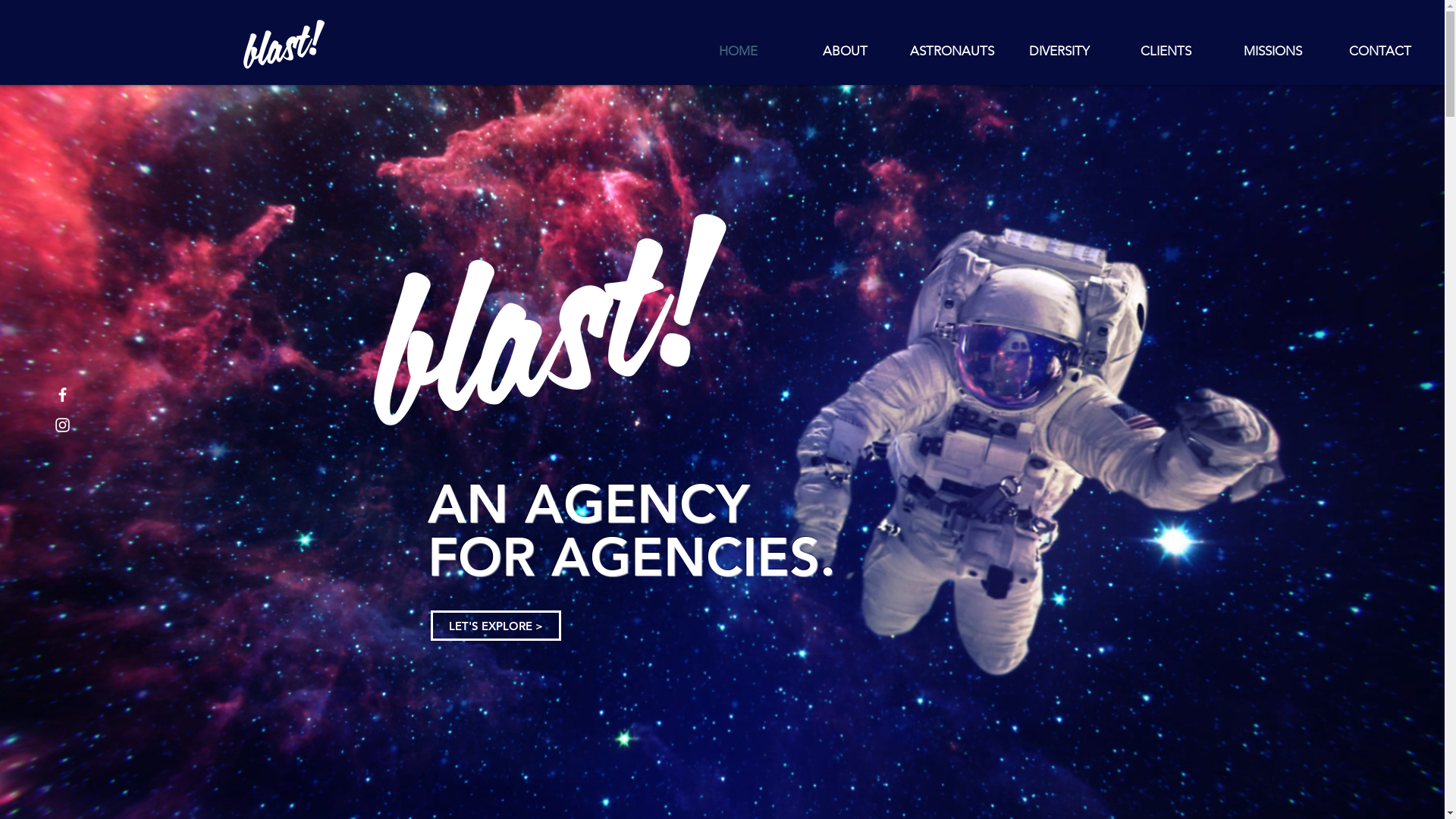  I want to click on 'MISSIONS', so click(1219, 49).